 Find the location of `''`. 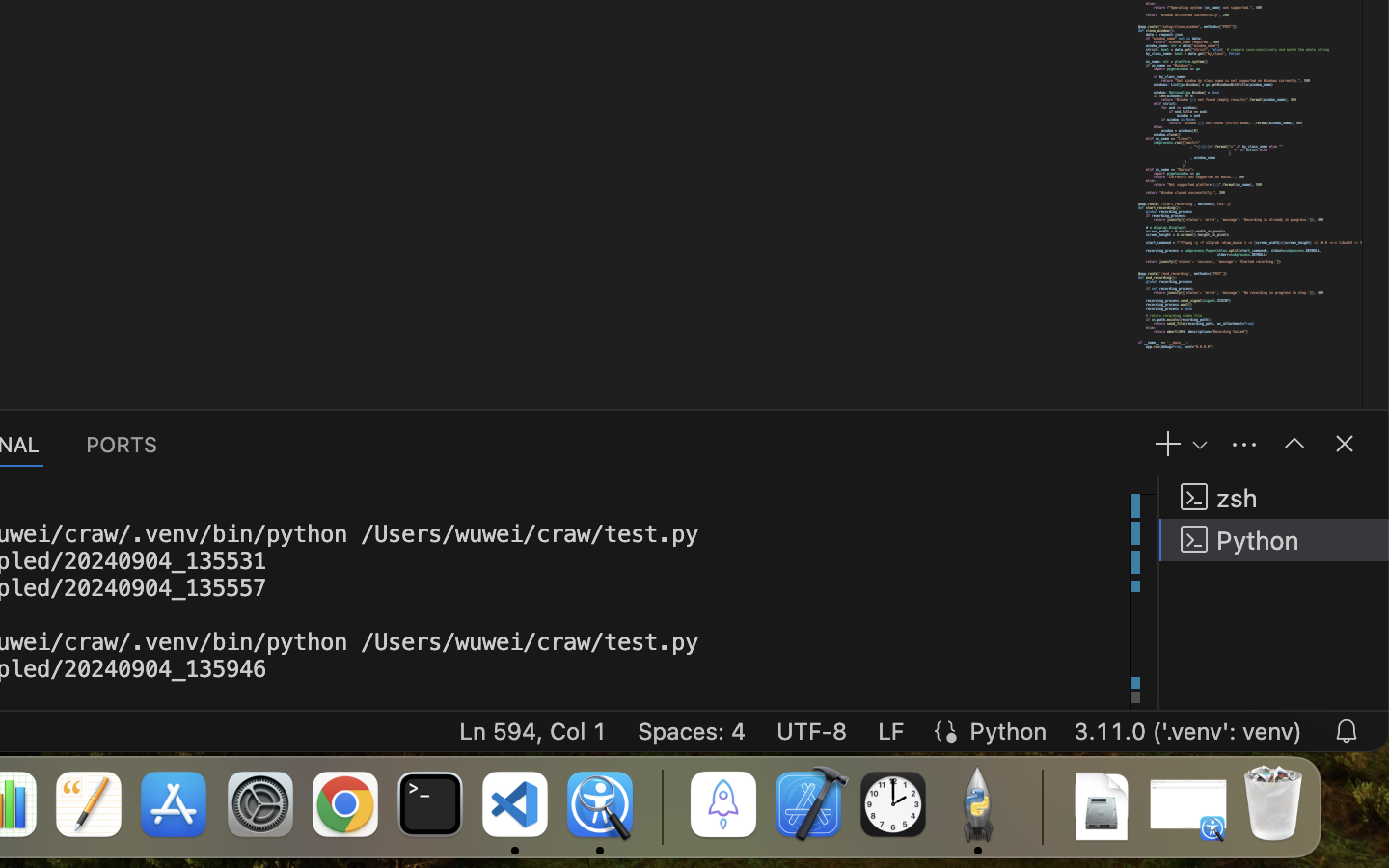

'' is located at coordinates (1345, 442).